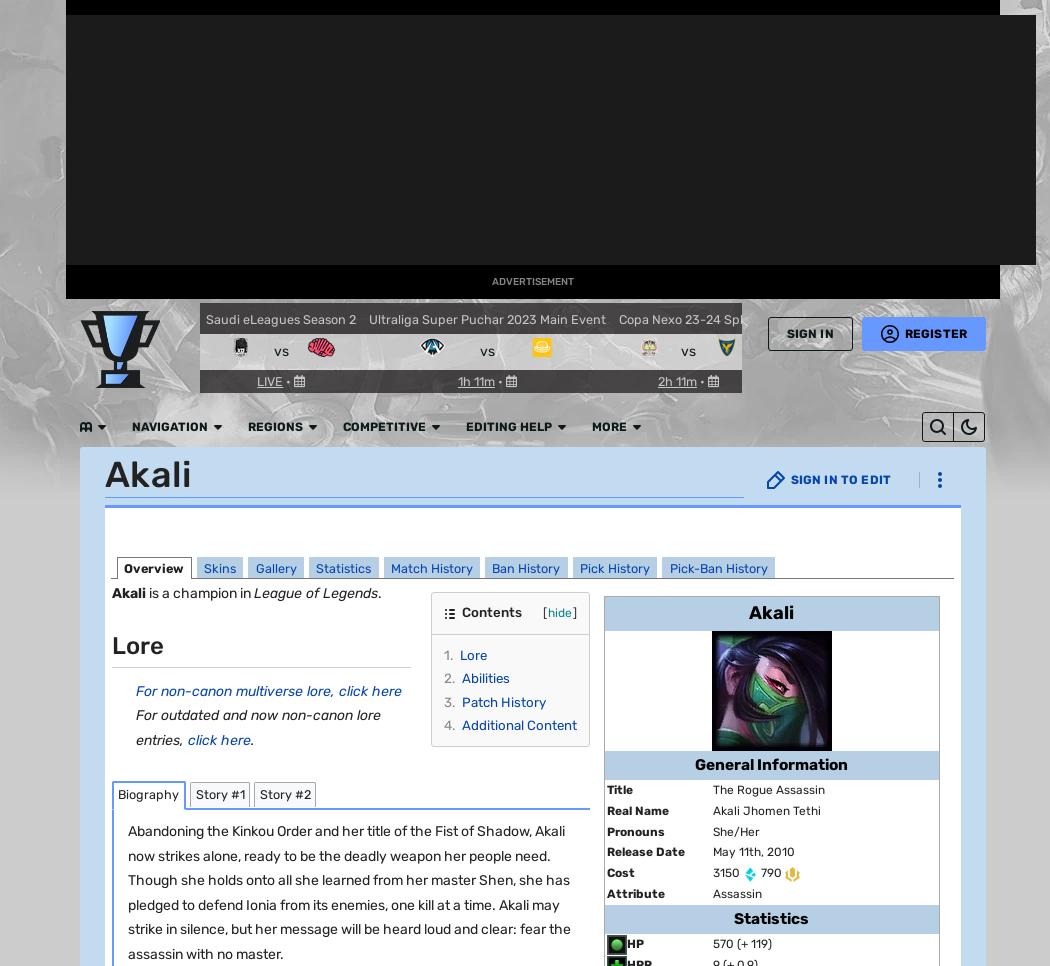 This screenshot has width=1050, height=966. I want to click on 'DAMAGE TYPE :', so click(203, 321).